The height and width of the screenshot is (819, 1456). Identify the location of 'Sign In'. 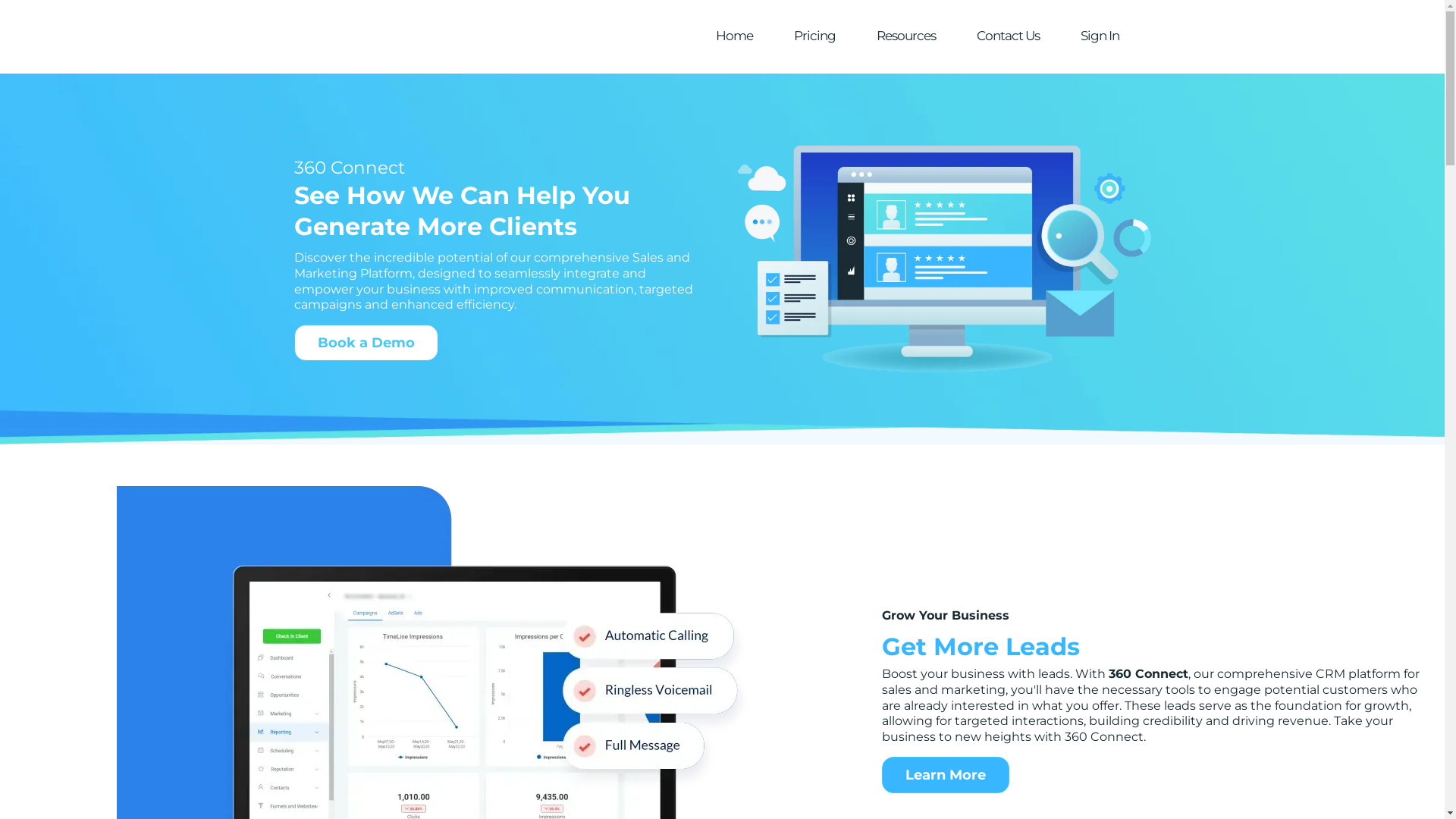
(1100, 35).